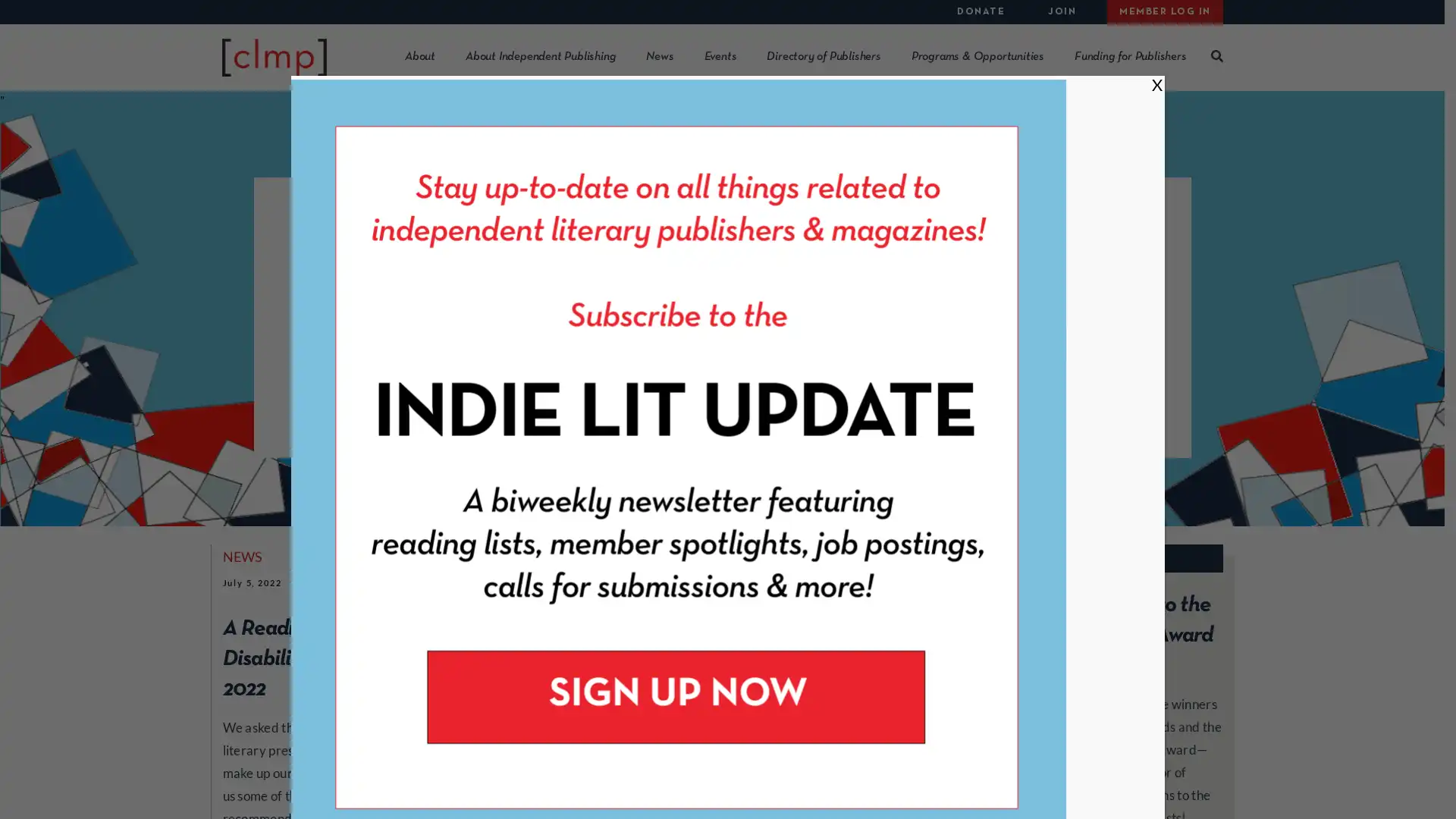 This screenshot has height=819, width=1456. What do you see at coordinates (940, 326) in the screenshot?
I see `About` at bounding box center [940, 326].